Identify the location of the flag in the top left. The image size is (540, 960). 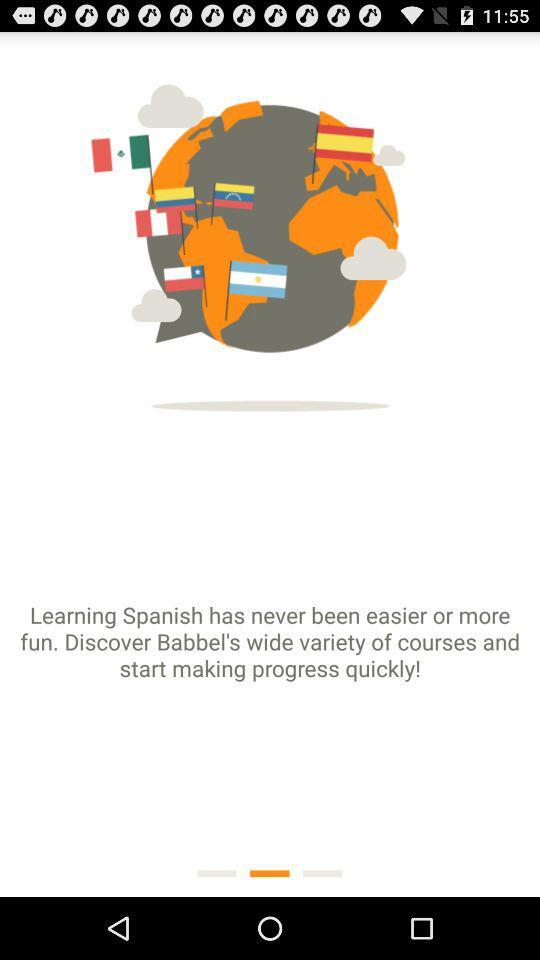
(152, 160).